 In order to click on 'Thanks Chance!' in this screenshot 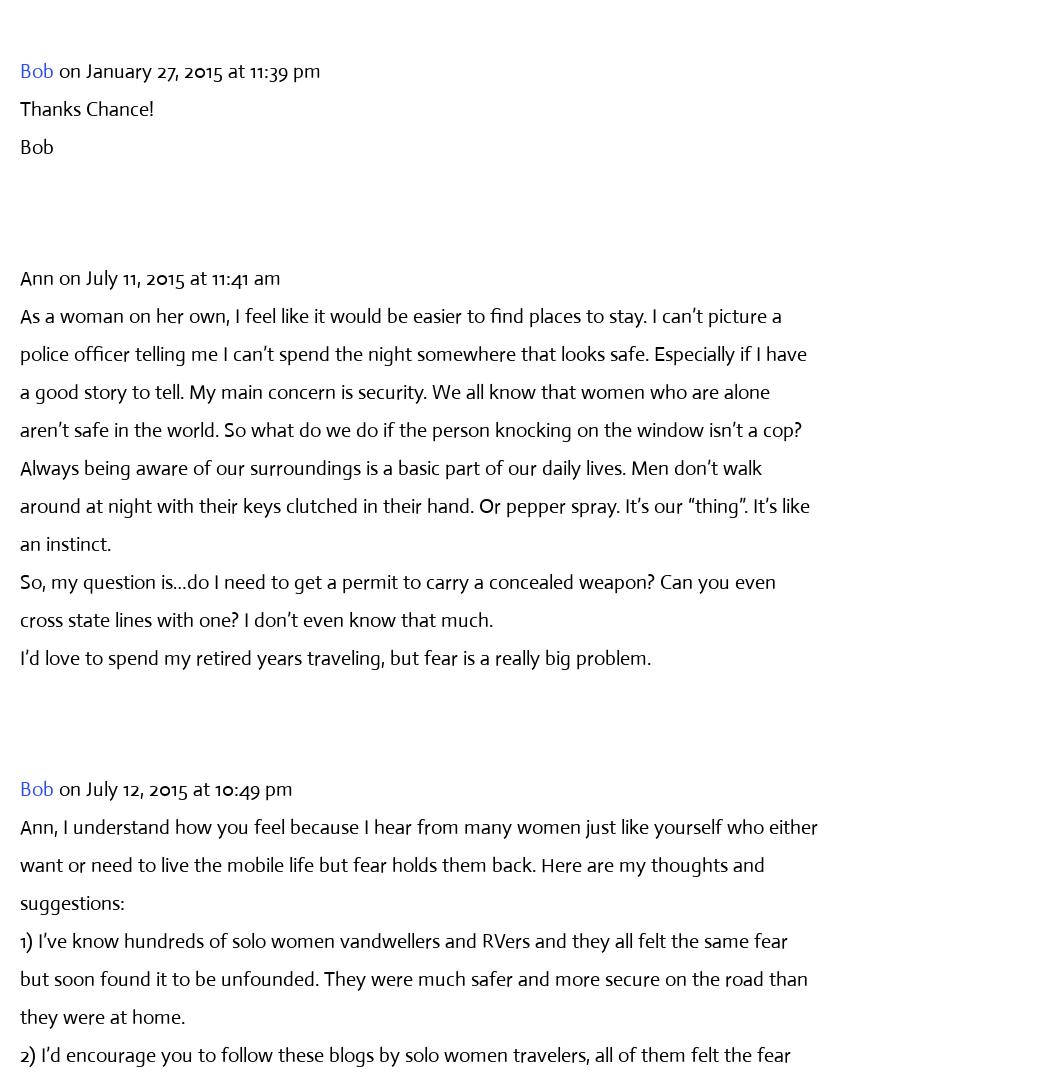, I will do `click(87, 107)`.